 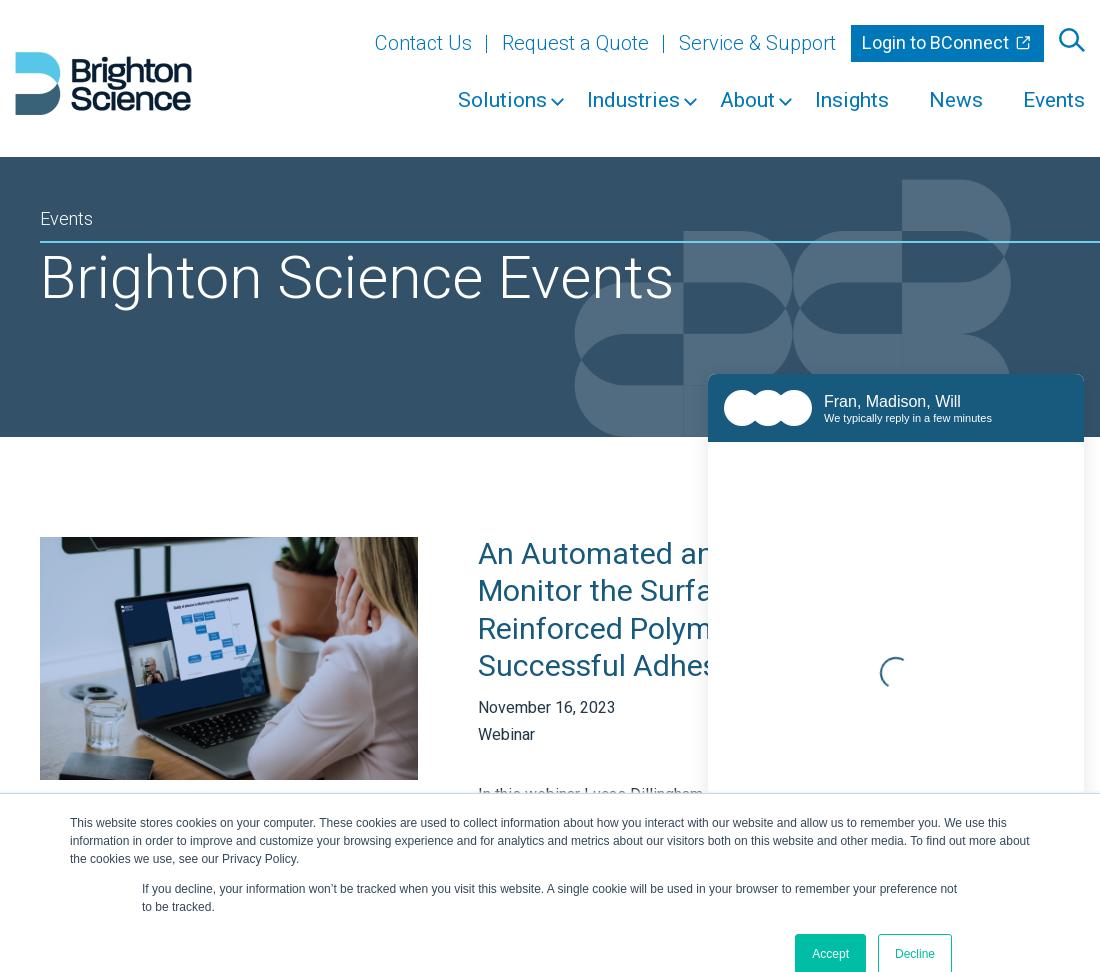 I want to click on 'Events', so click(x=39, y=218).